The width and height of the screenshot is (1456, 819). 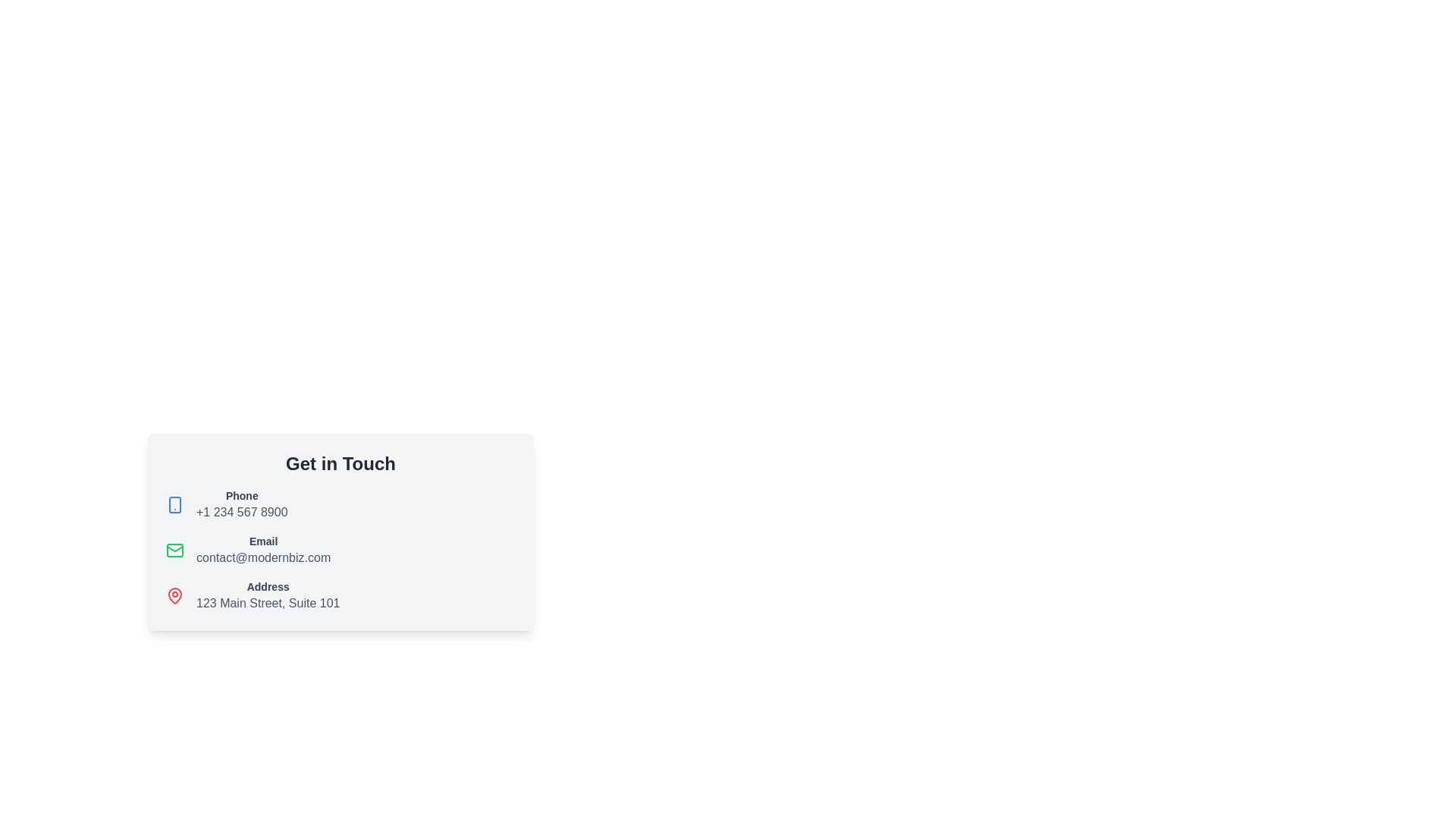 What do you see at coordinates (174, 505) in the screenshot?
I see `the smartphone icon outlined in blue, located to the left of the text 'Phone' in the 'Get in Touch' section` at bounding box center [174, 505].